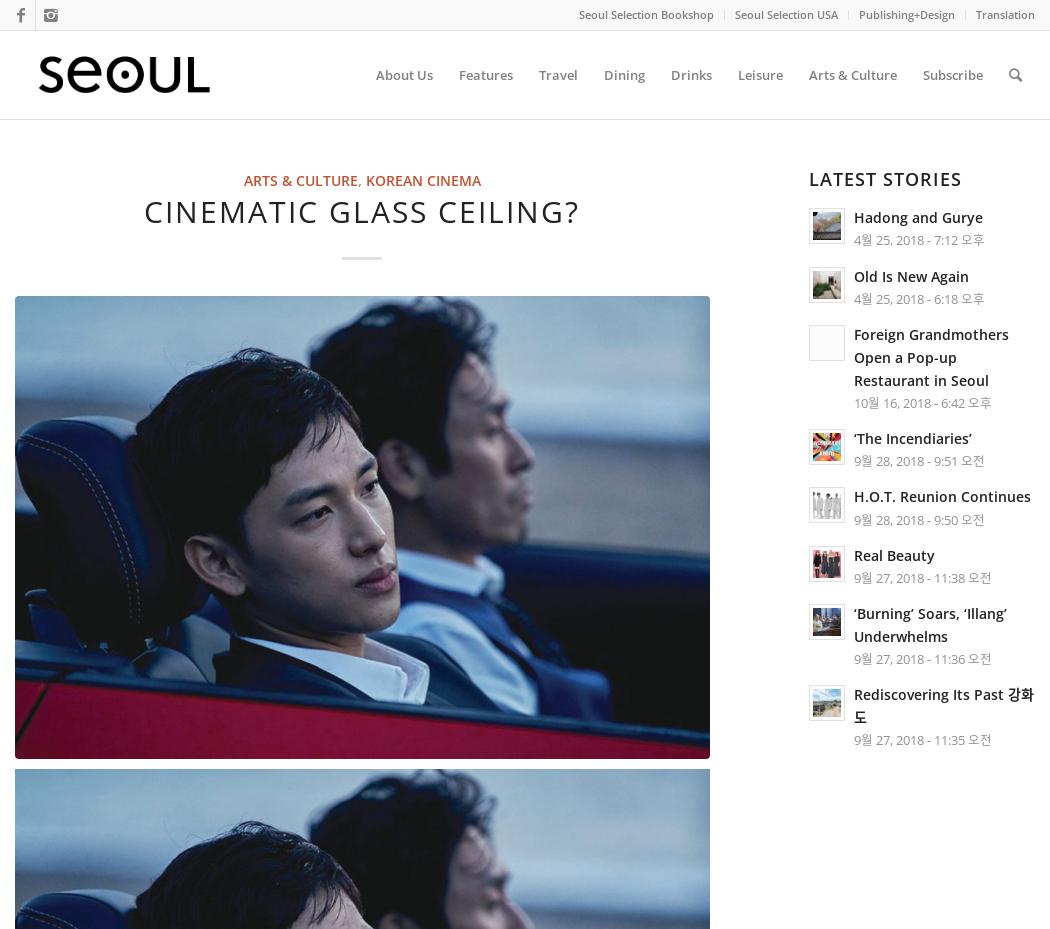 The width and height of the screenshot is (1050, 929). Describe the element at coordinates (922, 740) in the screenshot. I see `'9월 27, 2018 - 11:35 오전'` at that location.